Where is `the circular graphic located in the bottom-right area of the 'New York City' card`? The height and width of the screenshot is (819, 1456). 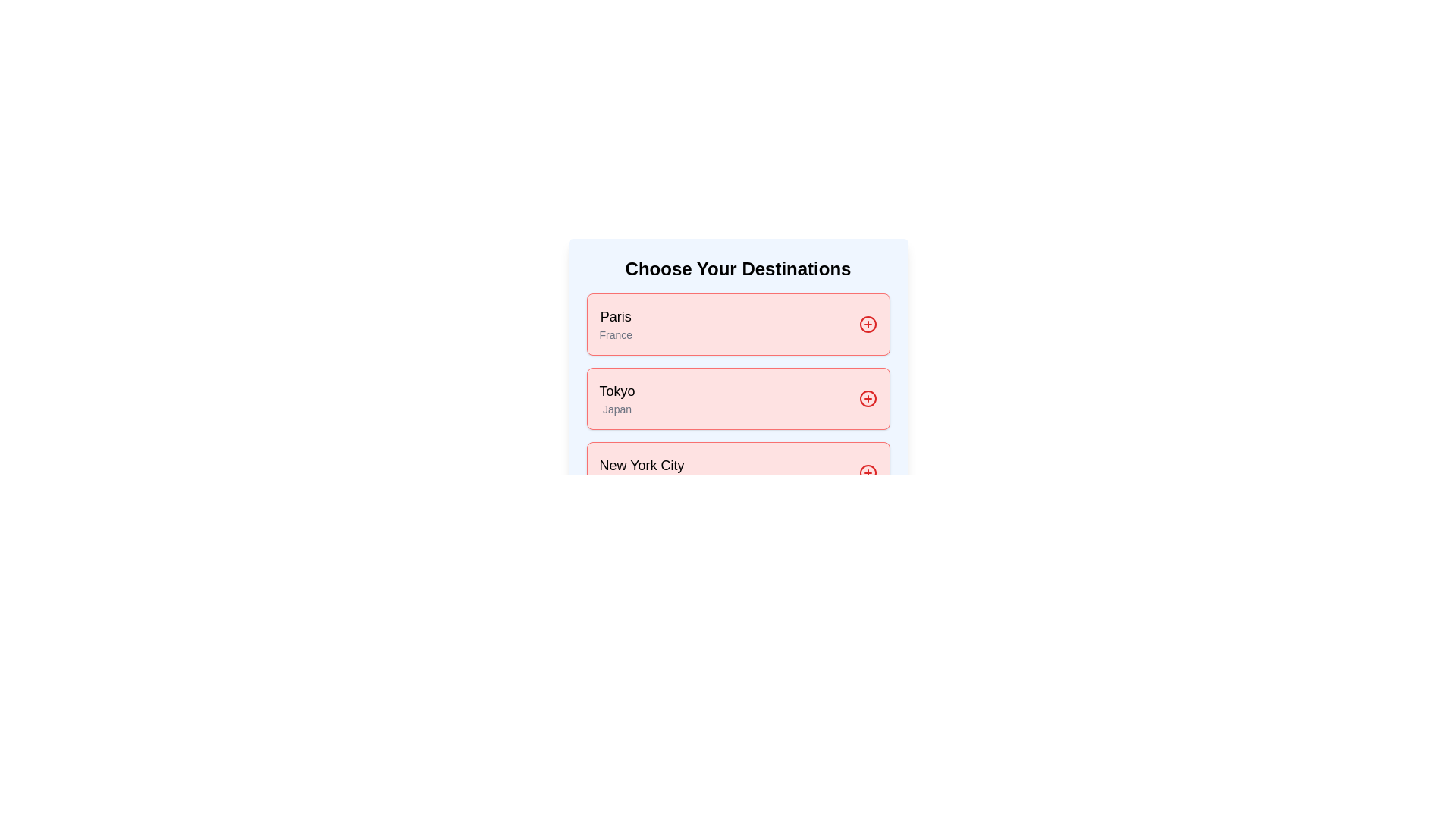
the circular graphic located in the bottom-right area of the 'New York City' card is located at coordinates (868, 472).